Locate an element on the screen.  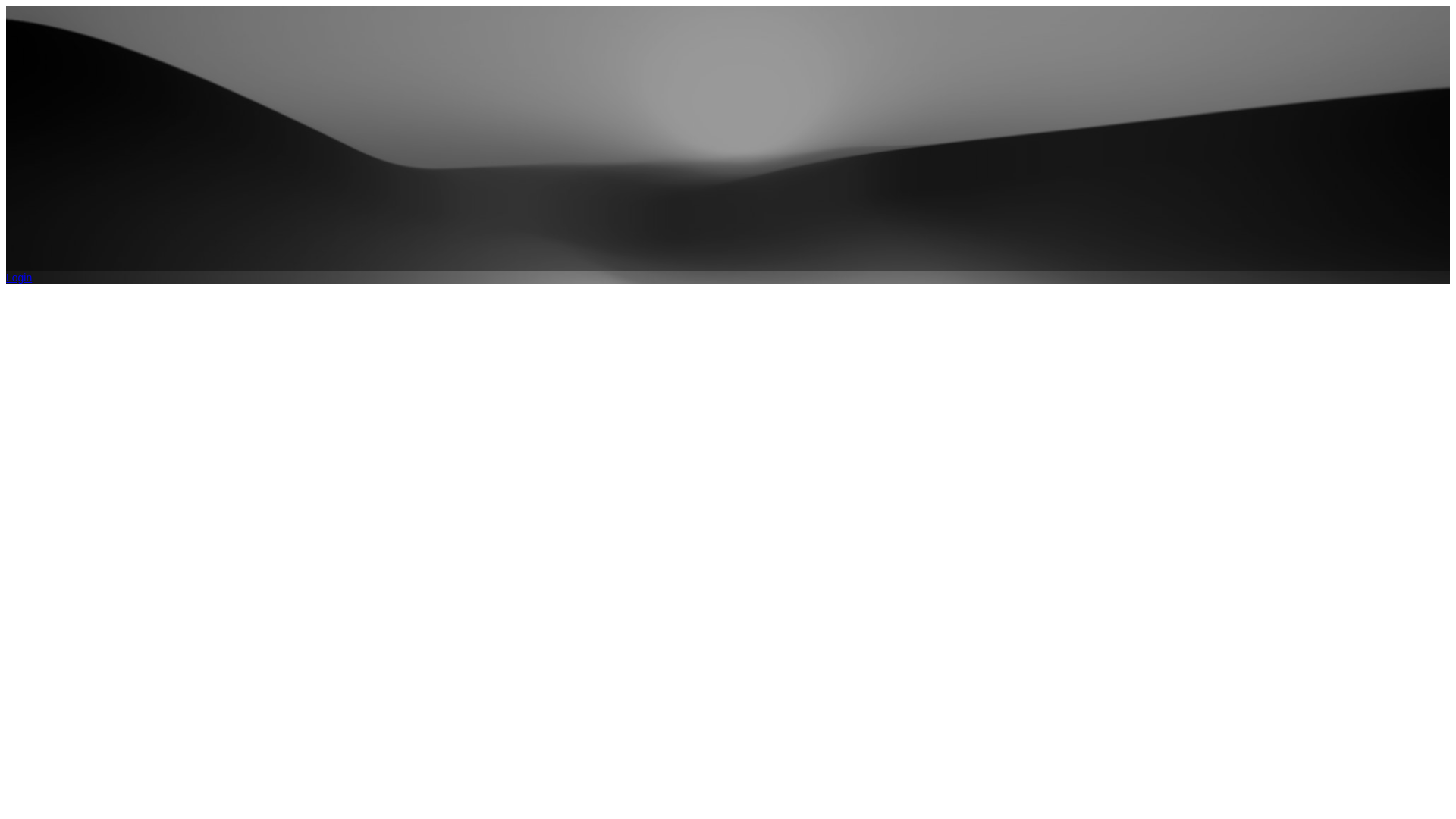
'Login' is located at coordinates (6, 278).